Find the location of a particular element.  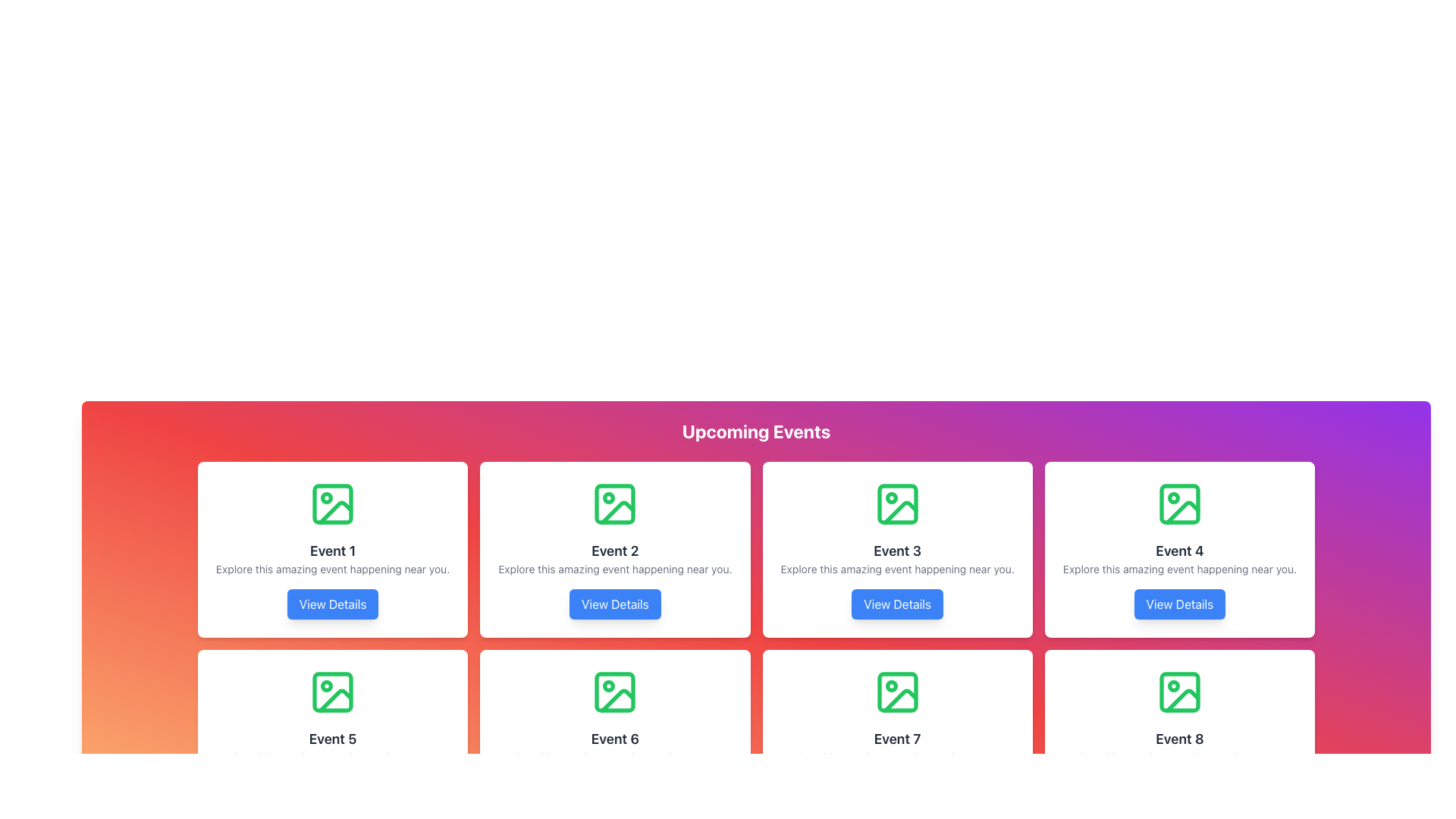

the green-colored icon resembling an image placeholder located in the third card of the first row labeled 'Event 3' is located at coordinates (897, 504).